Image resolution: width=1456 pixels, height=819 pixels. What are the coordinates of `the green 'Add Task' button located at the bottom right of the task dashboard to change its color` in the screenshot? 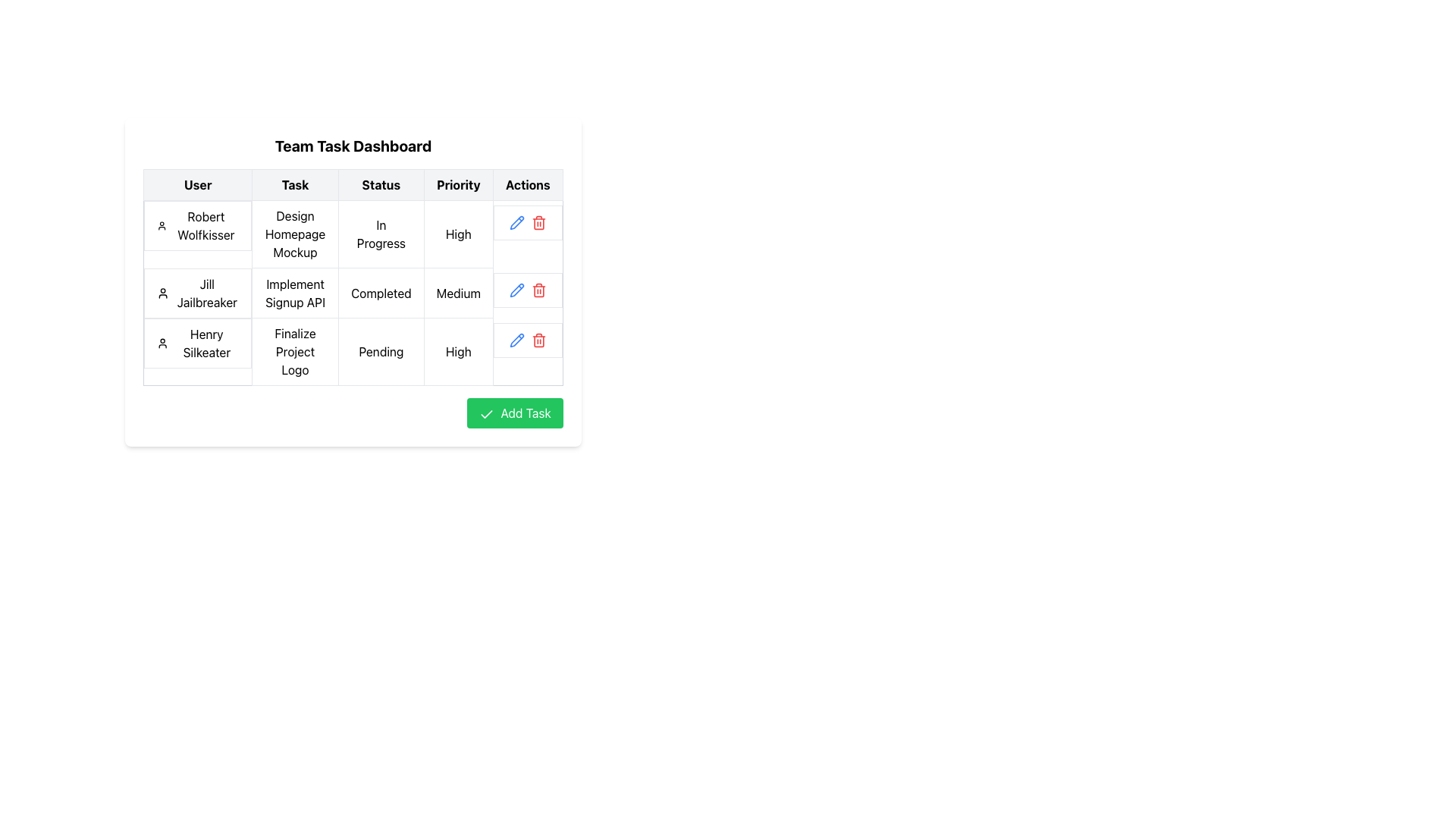 It's located at (515, 413).